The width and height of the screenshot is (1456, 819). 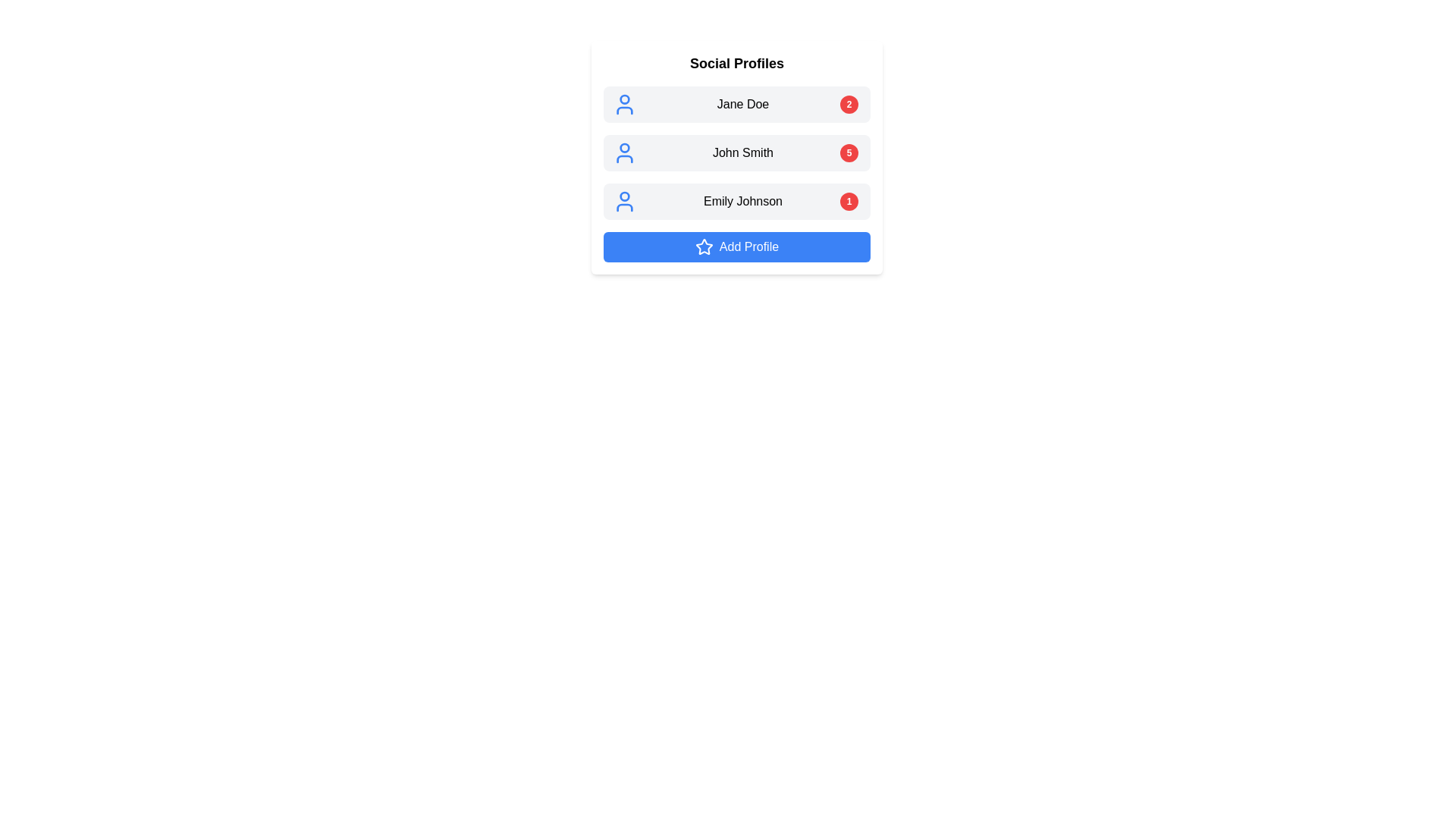 I want to click on the circular blue user icon associated with 'John Smith' in the 'Social Profiles' section, so click(x=625, y=148).